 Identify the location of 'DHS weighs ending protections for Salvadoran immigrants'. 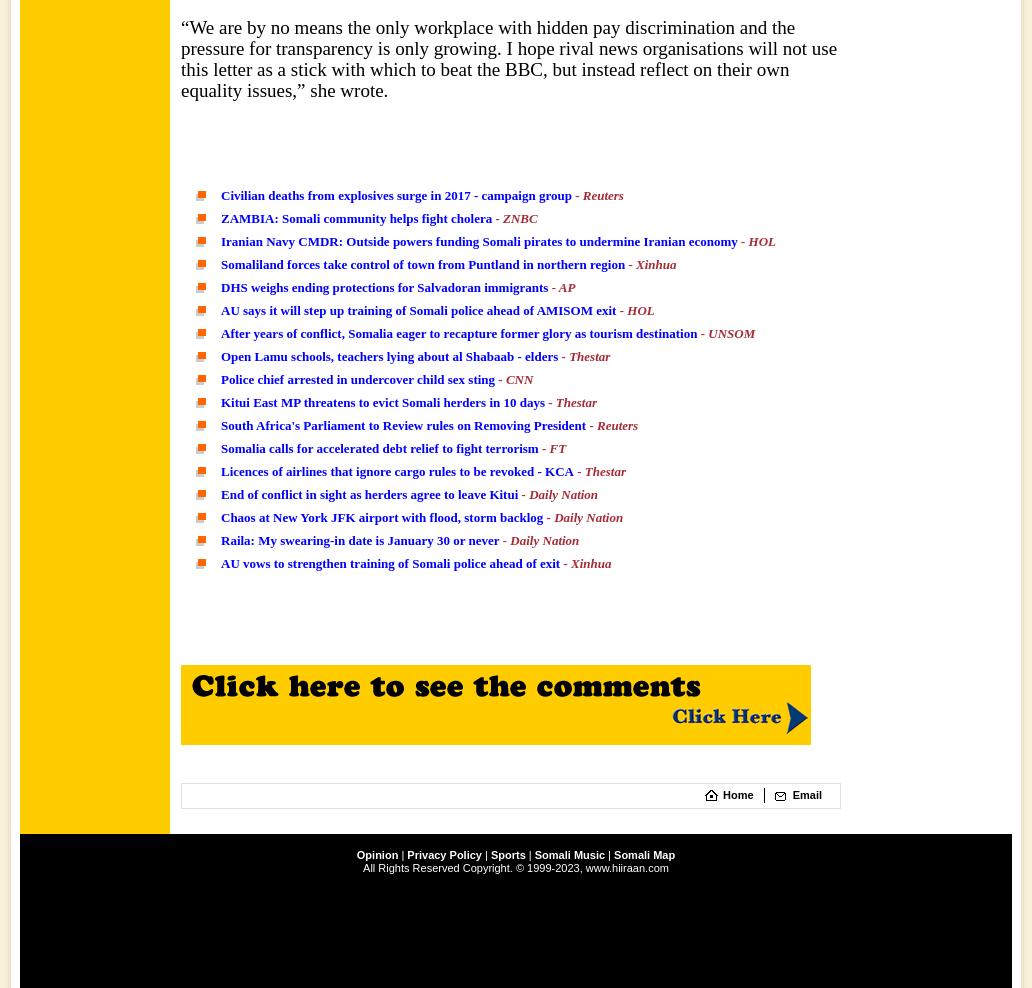
(384, 286).